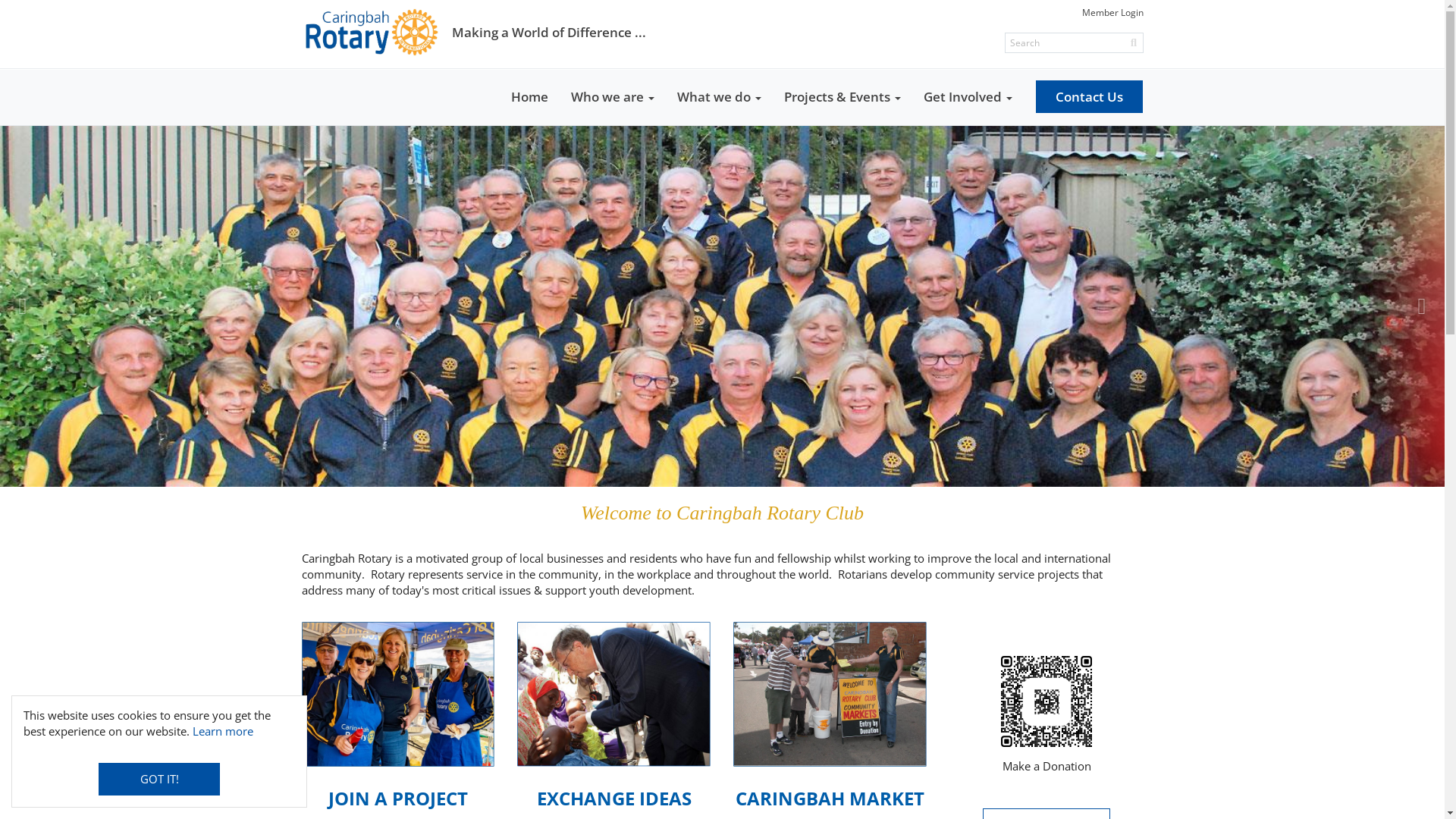 The height and width of the screenshot is (819, 1456). I want to click on 'Home', so click(529, 96).